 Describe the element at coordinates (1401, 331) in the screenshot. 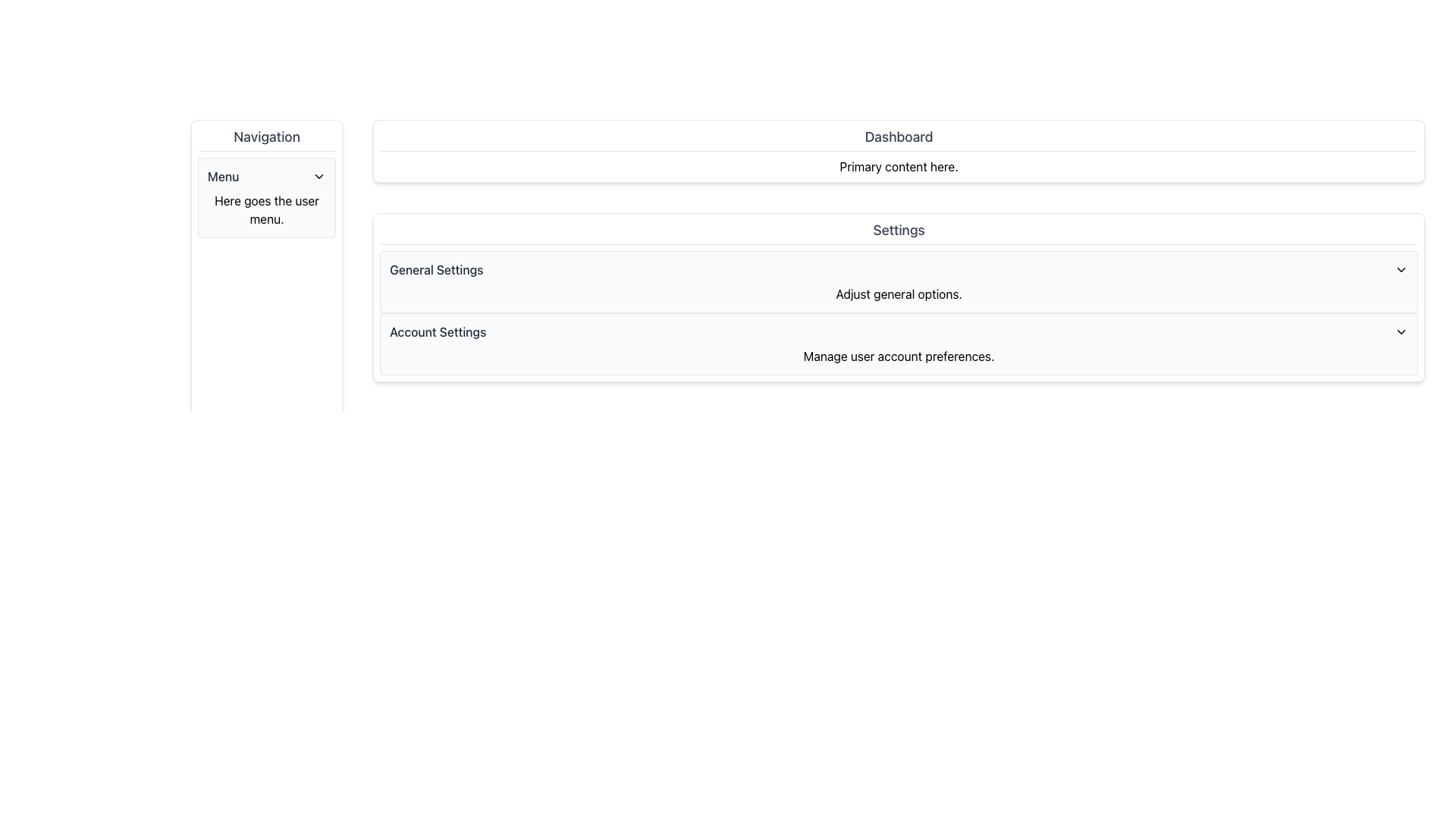

I see `the downward-pointing chevron icon used for expanding or collapsing the section associated with 'Account Settings'` at that location.